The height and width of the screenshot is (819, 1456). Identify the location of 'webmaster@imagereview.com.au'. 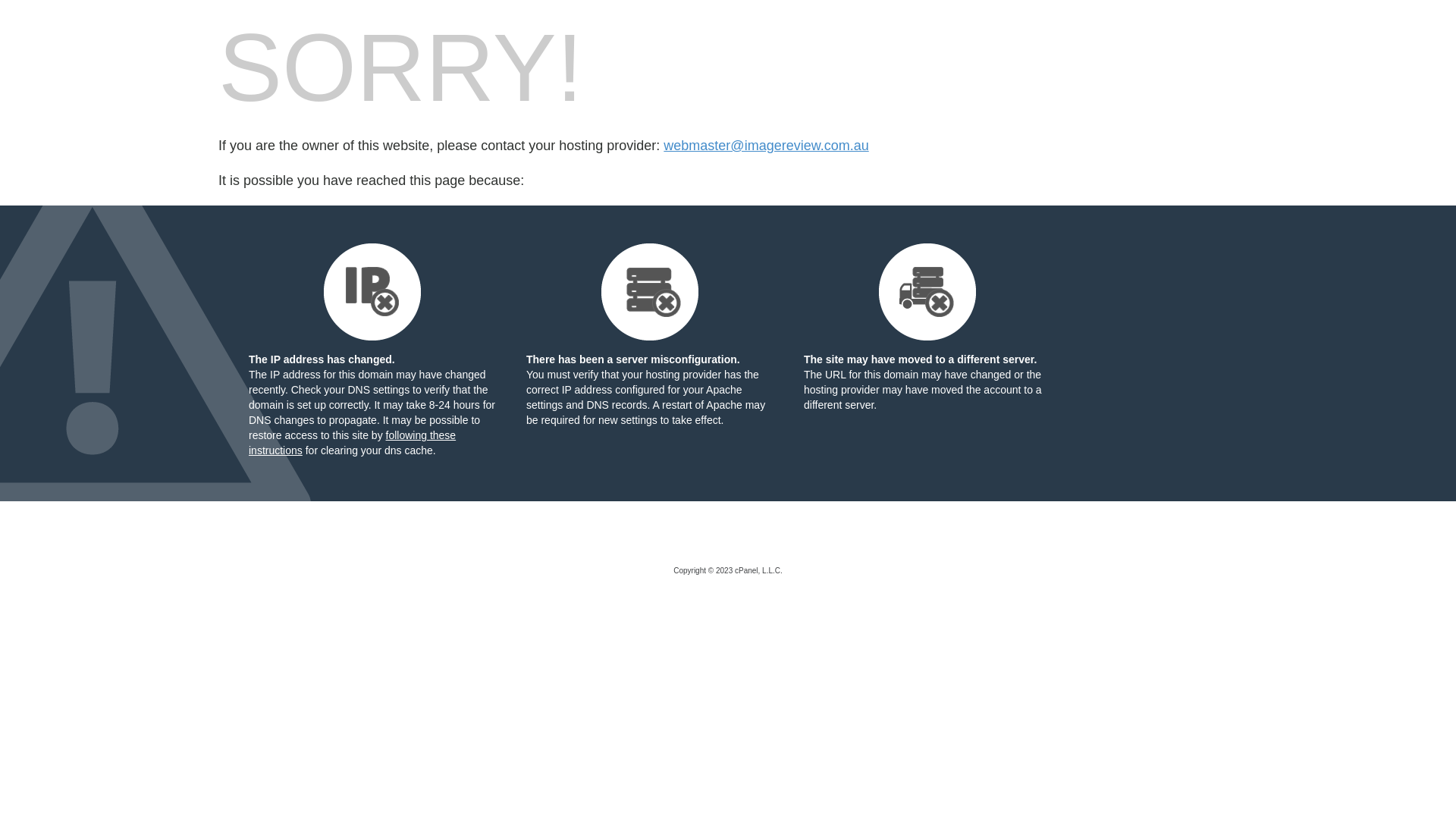
(765, 146).